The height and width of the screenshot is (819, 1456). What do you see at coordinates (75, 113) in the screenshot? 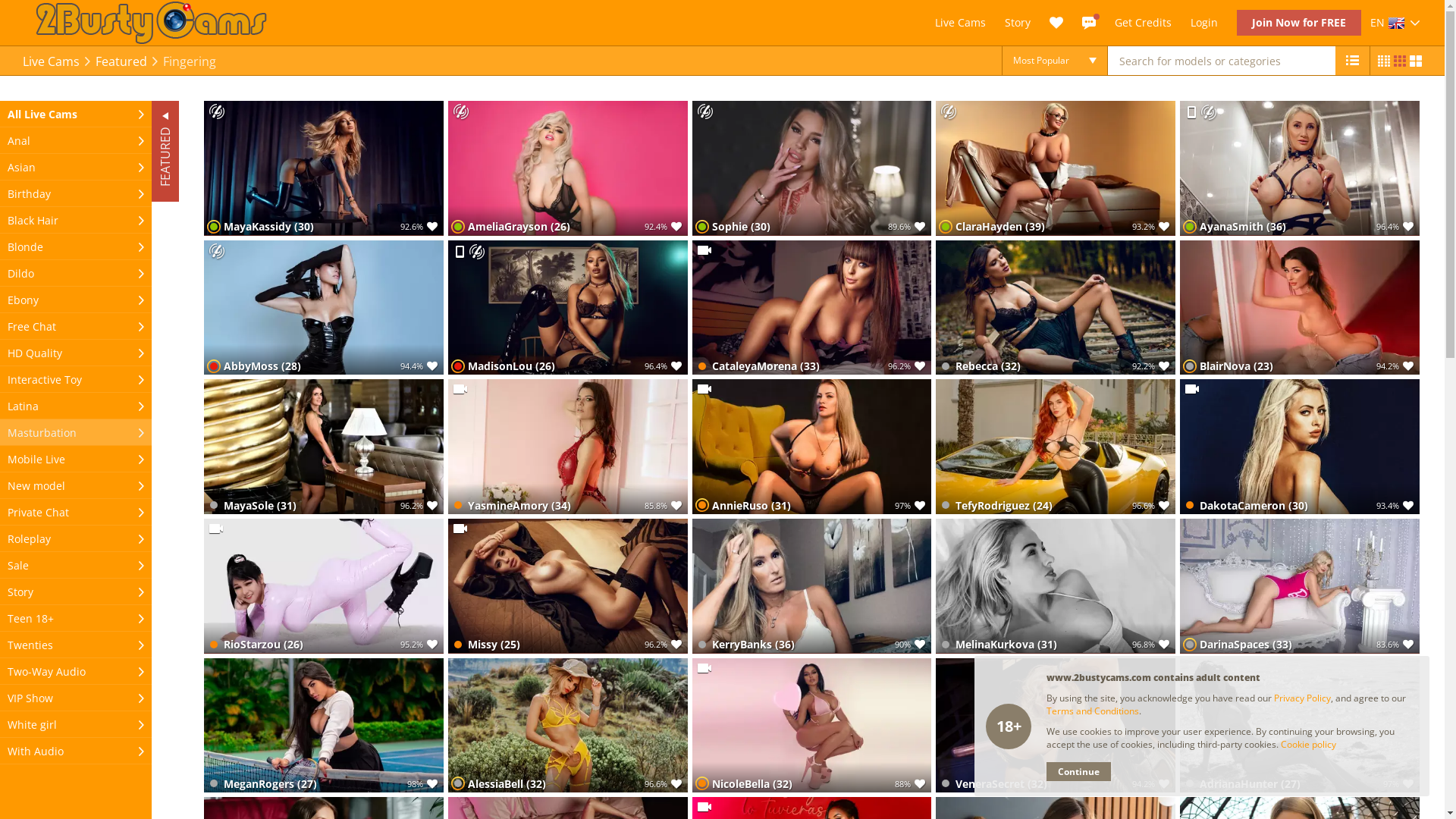
I see `'All Live Cams'` at bounding box center [75, 113].